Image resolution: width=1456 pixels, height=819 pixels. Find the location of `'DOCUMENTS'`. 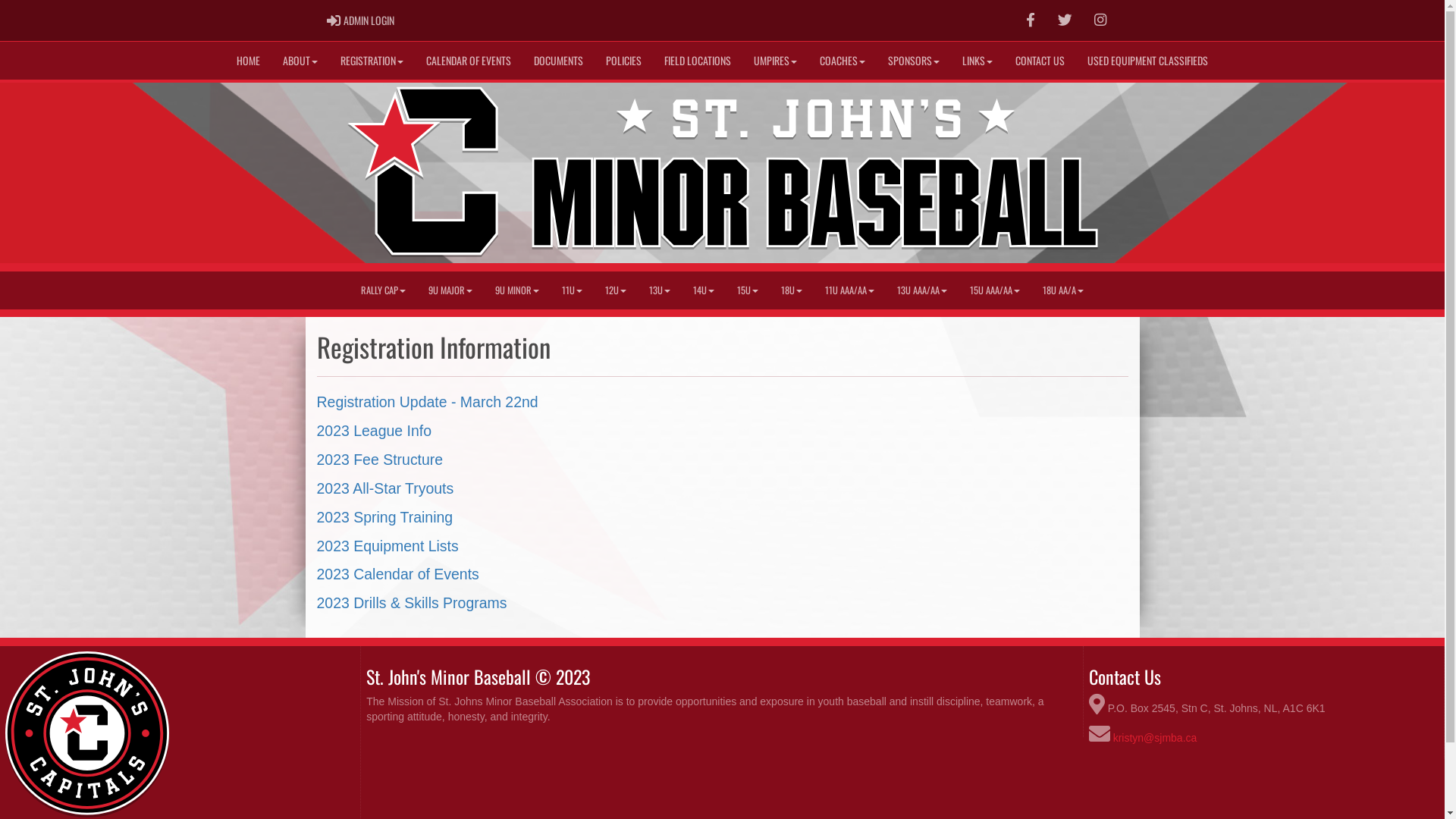

'DOCUMENTS' is located at coordinates (557, 60).